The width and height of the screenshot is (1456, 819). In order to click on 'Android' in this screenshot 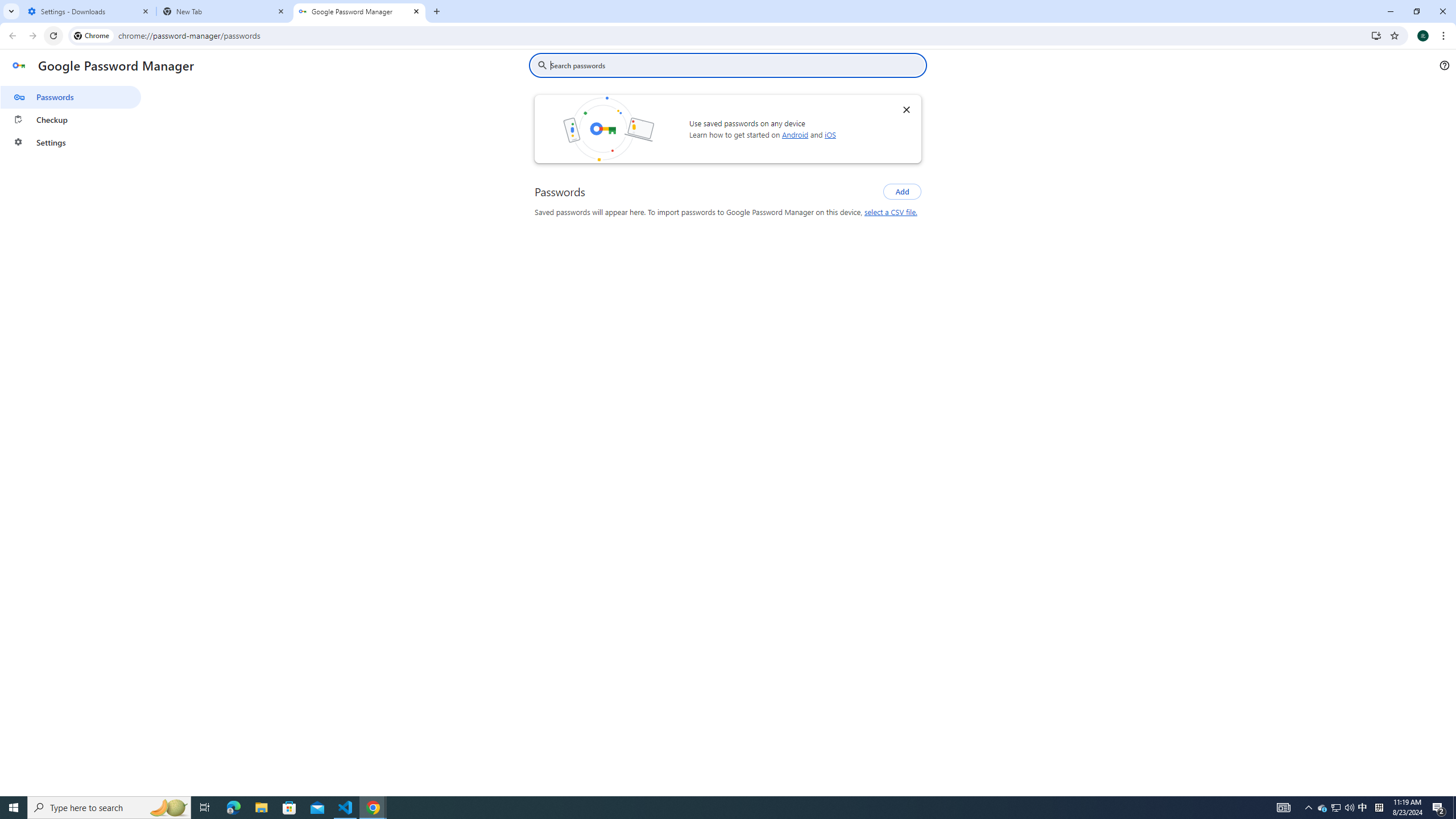, I will do `click(795, 134)`.